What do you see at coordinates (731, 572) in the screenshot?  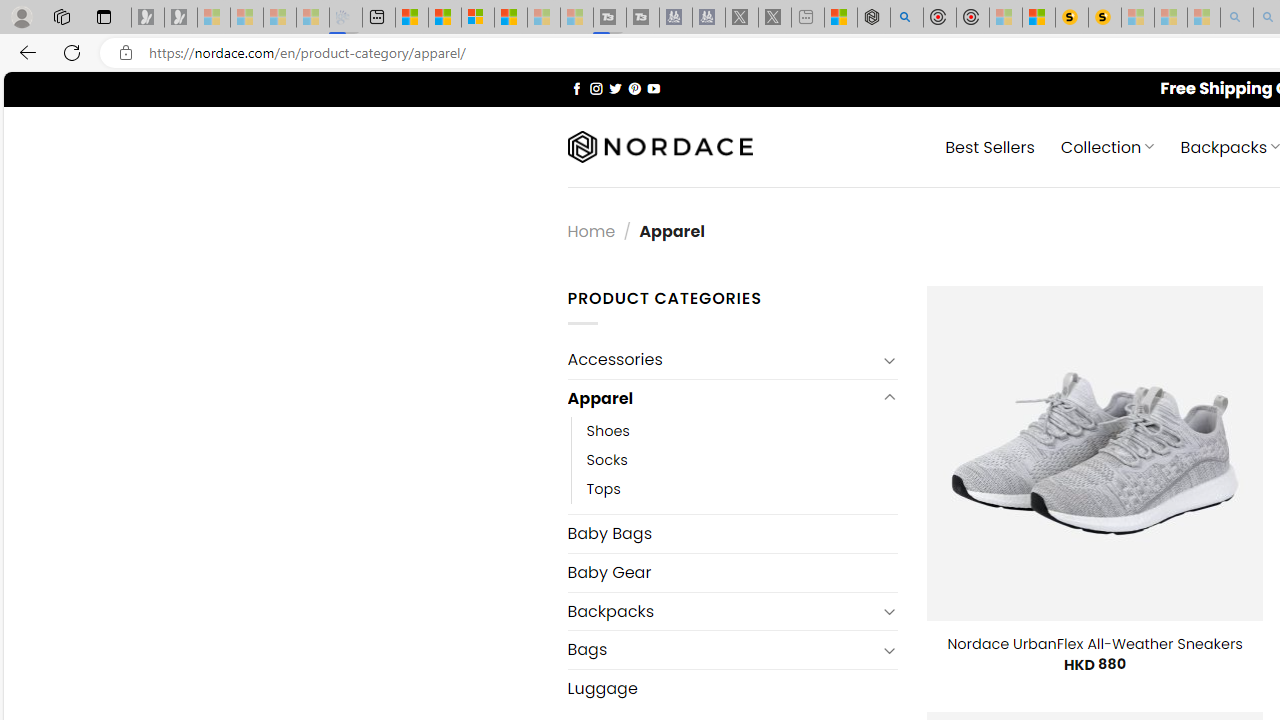 I see `'Baby Gear'` at bounding box center [731, 572].